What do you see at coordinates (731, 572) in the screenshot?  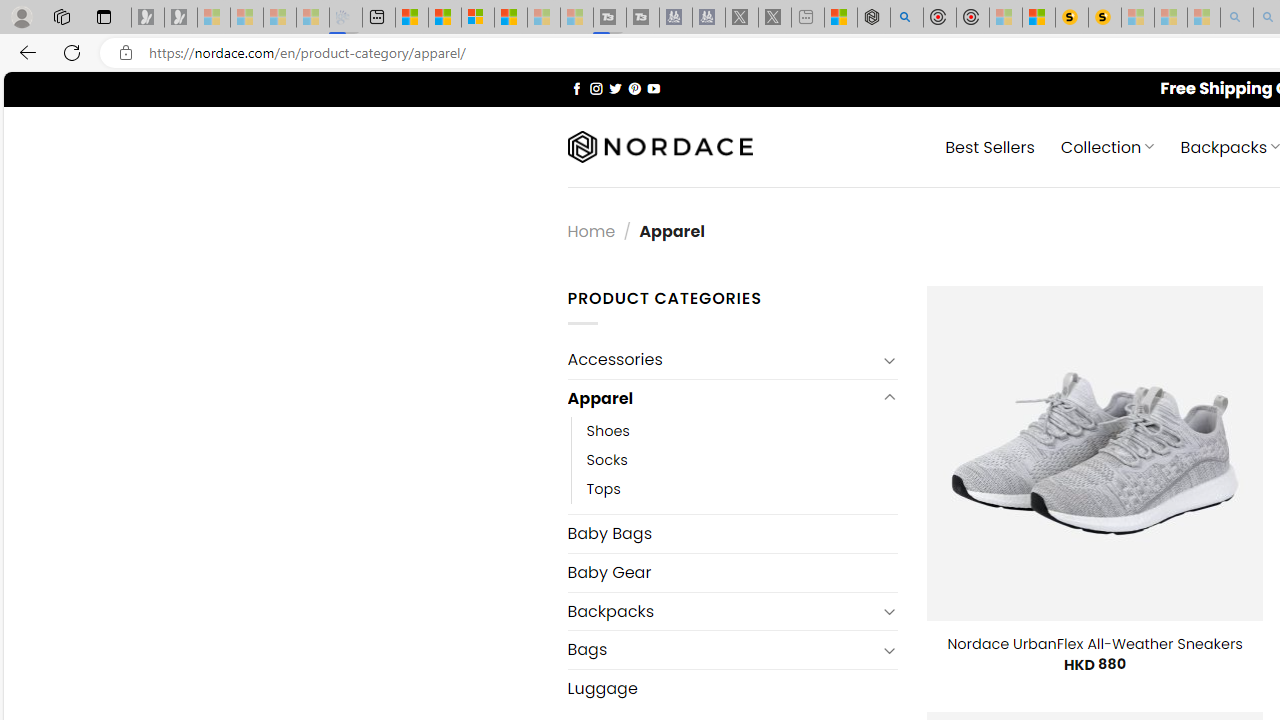 I see `'Baby Gear'` at bounding box center [731, 572].